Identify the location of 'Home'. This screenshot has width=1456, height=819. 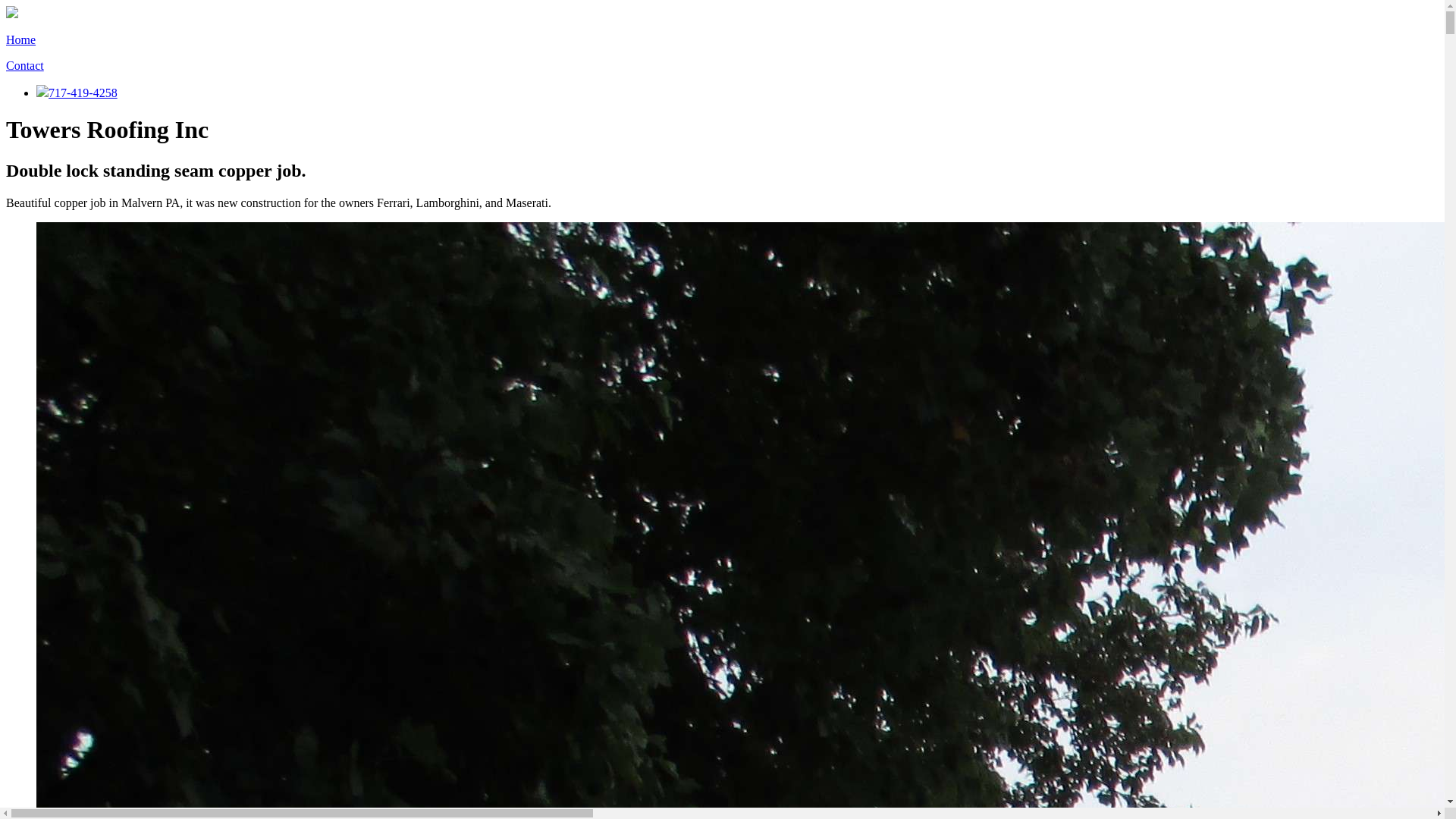
(20, 39).